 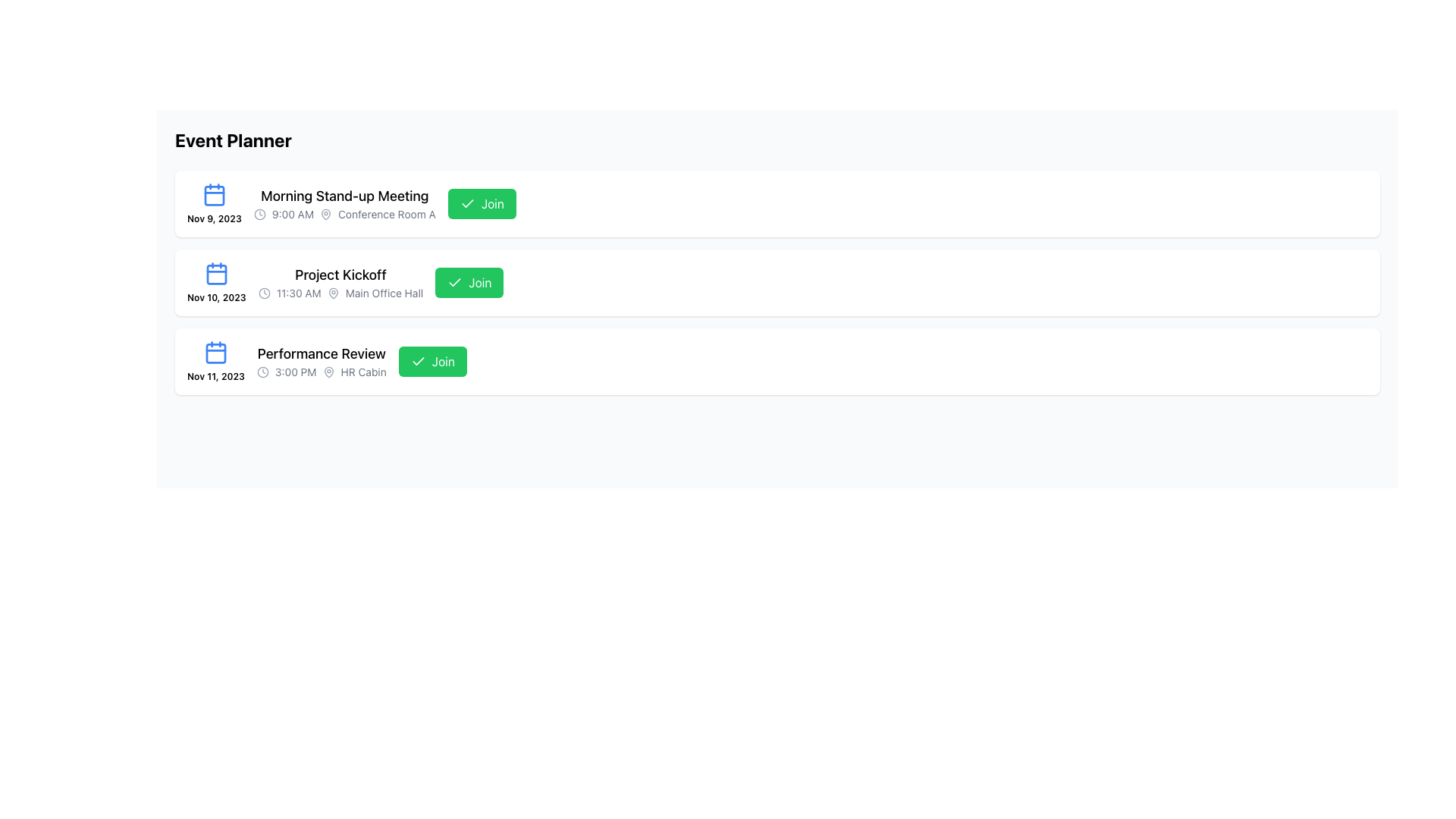 I want to click on the decorative component, which is a rectangle with rounded corners located inside the calendar icon for the 'Performance Review' event, so click(x=215, y=353).